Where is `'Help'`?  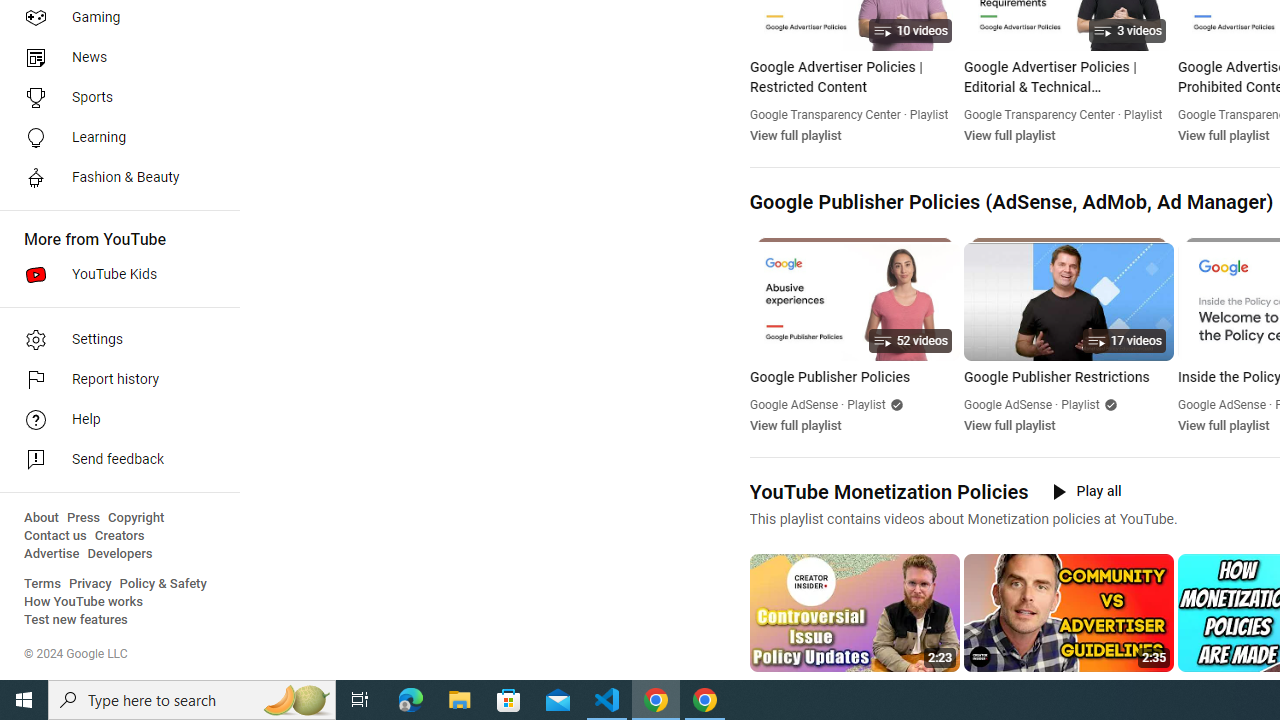 'Help' is located at coordinates (112, 419).